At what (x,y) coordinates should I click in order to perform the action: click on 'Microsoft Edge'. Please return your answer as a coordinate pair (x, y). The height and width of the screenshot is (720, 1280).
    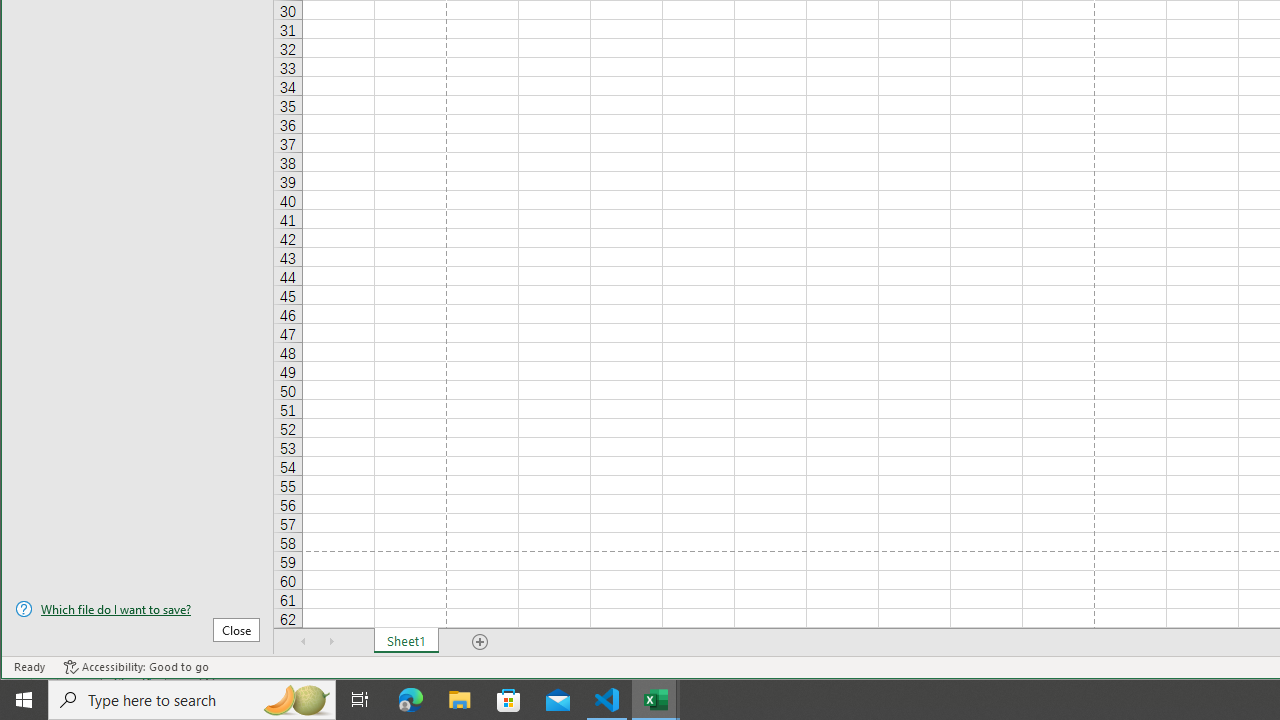
    Looking at the image, I should click on (410, 698).